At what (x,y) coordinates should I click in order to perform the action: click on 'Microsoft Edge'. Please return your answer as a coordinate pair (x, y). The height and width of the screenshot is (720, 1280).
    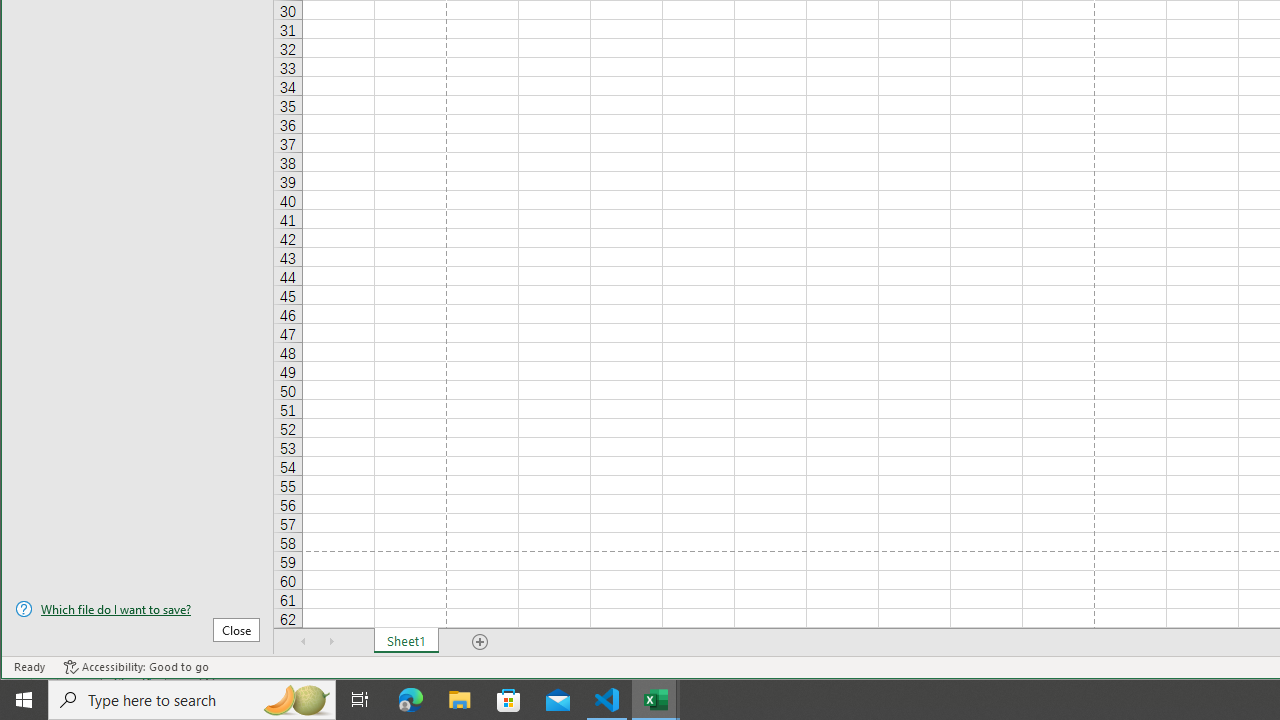
    Looking at the image, I should click on (410, 698).